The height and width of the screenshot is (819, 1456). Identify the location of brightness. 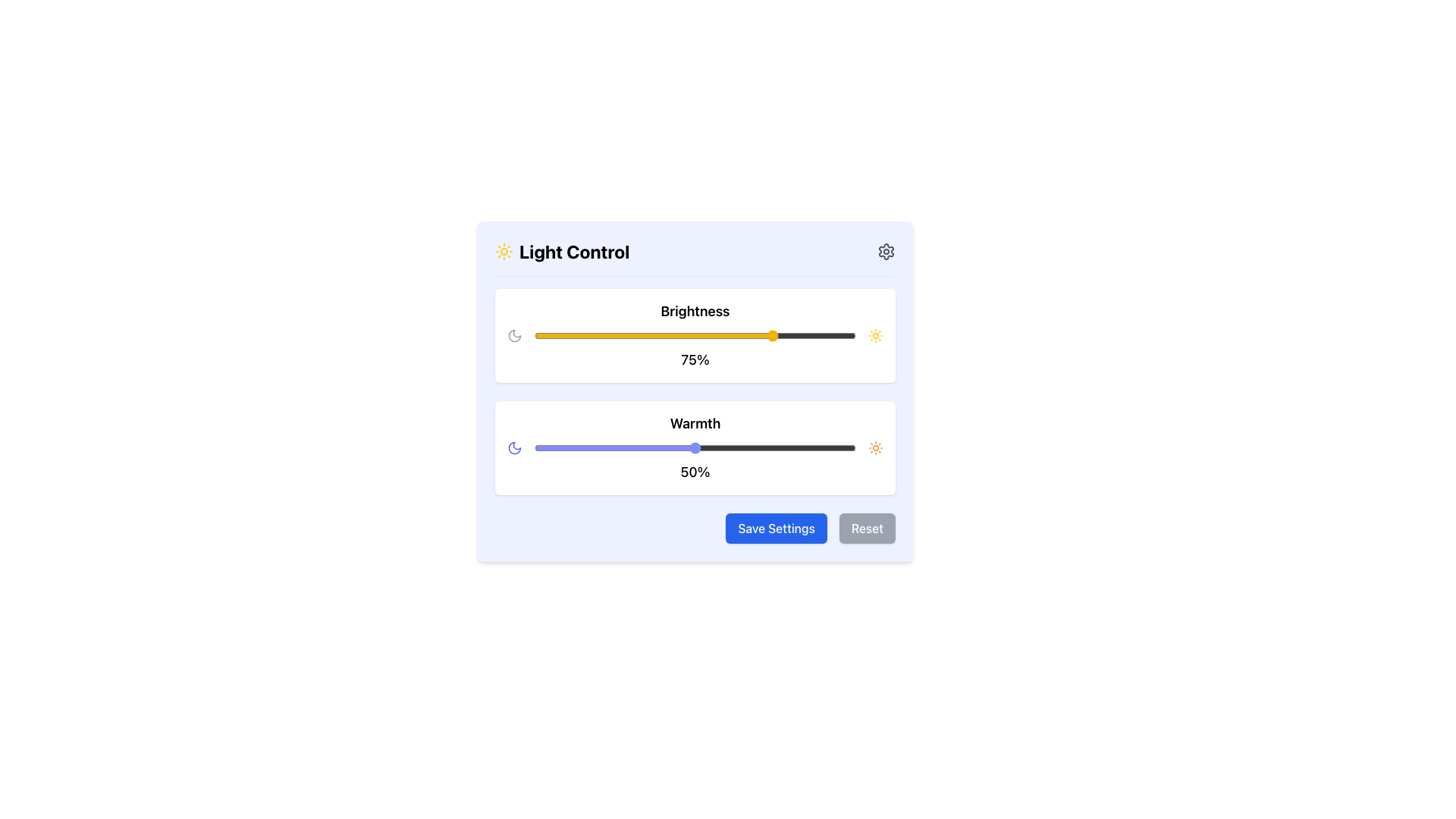
(766, 335).